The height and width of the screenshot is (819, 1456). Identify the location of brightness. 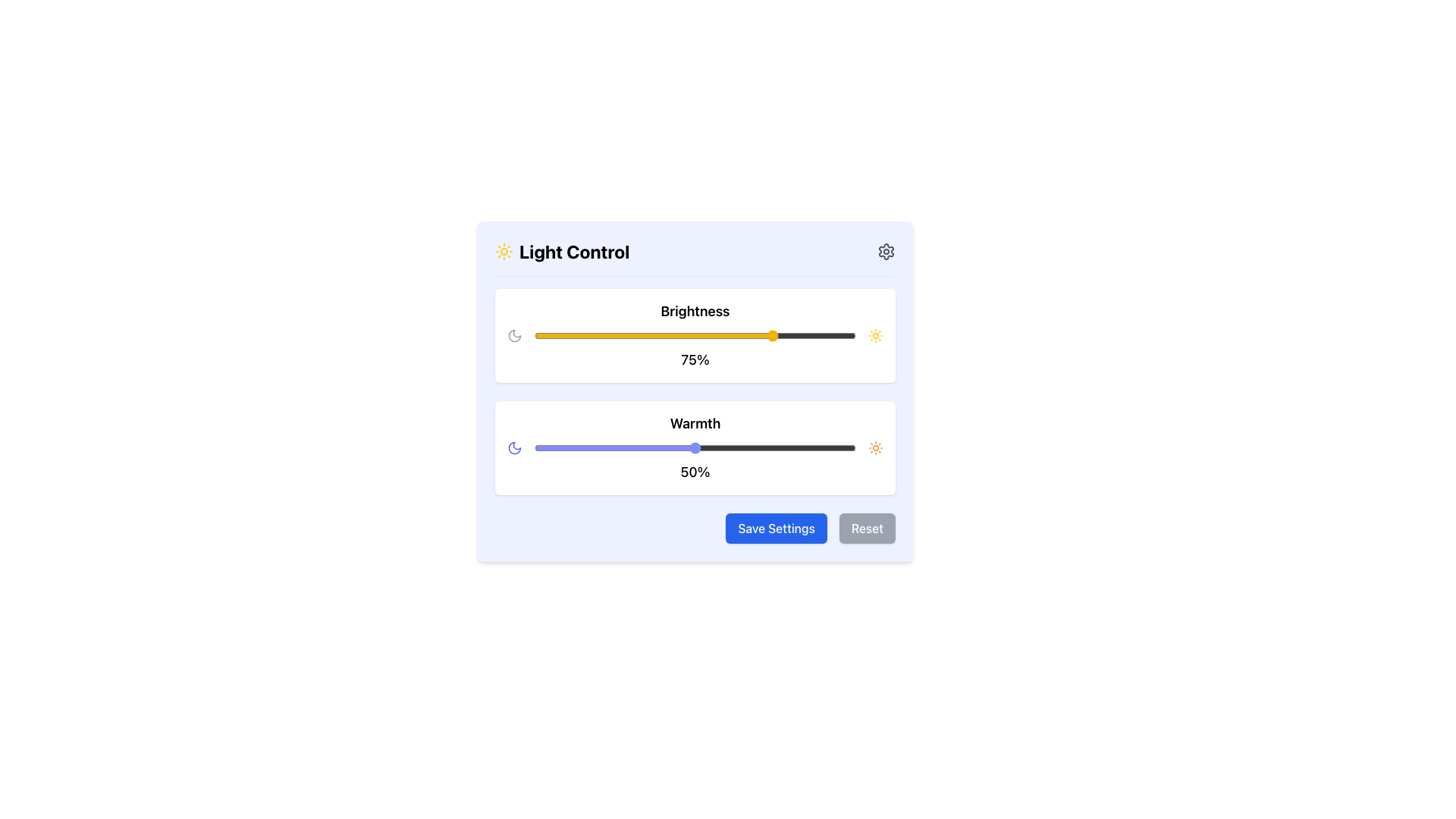
(766, 335).